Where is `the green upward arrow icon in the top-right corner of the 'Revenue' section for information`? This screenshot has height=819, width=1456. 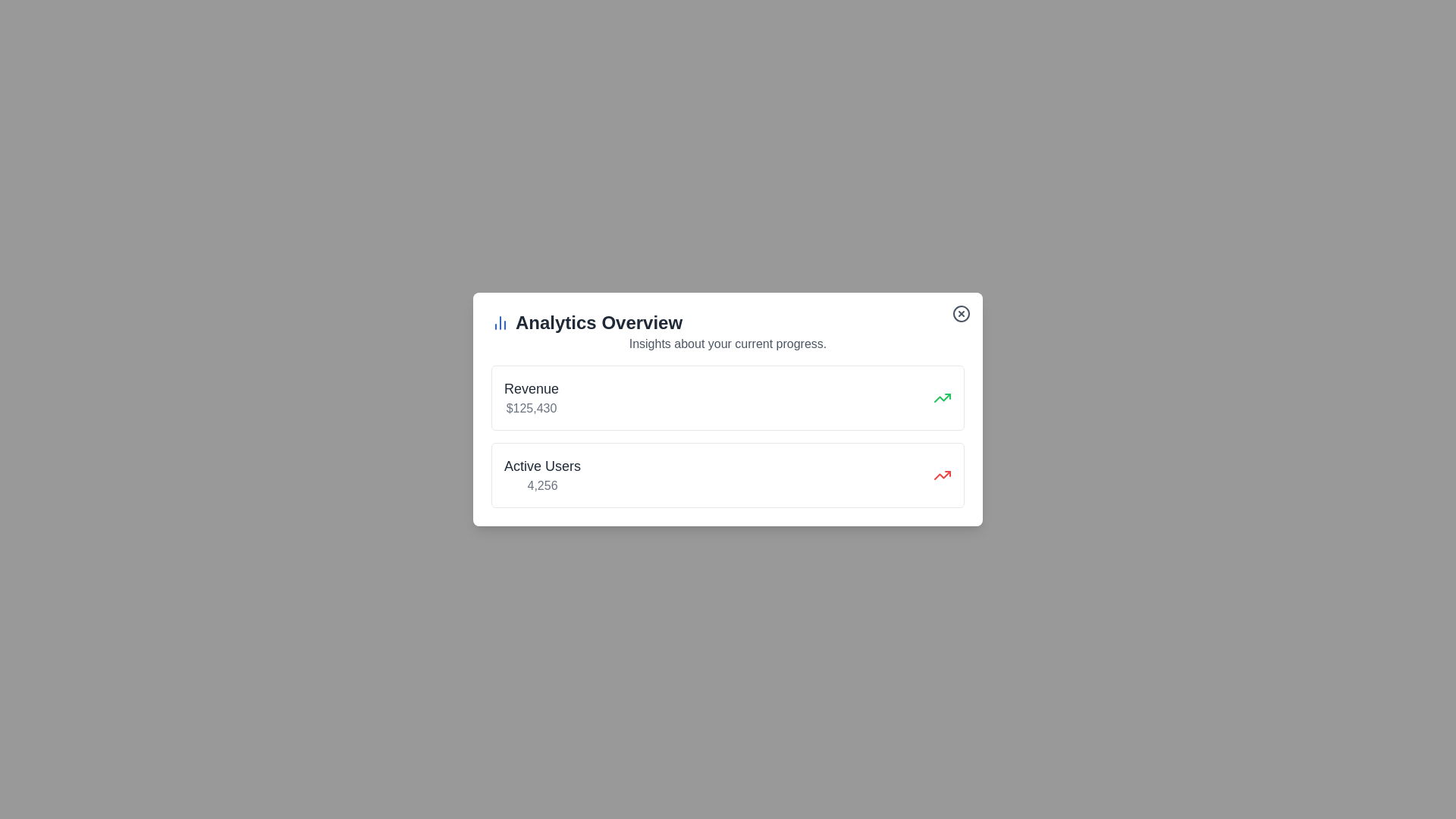
the green upward arrow icon in the top-right corner of the 'Revenue' section for information is located at coordinates (942, 397).